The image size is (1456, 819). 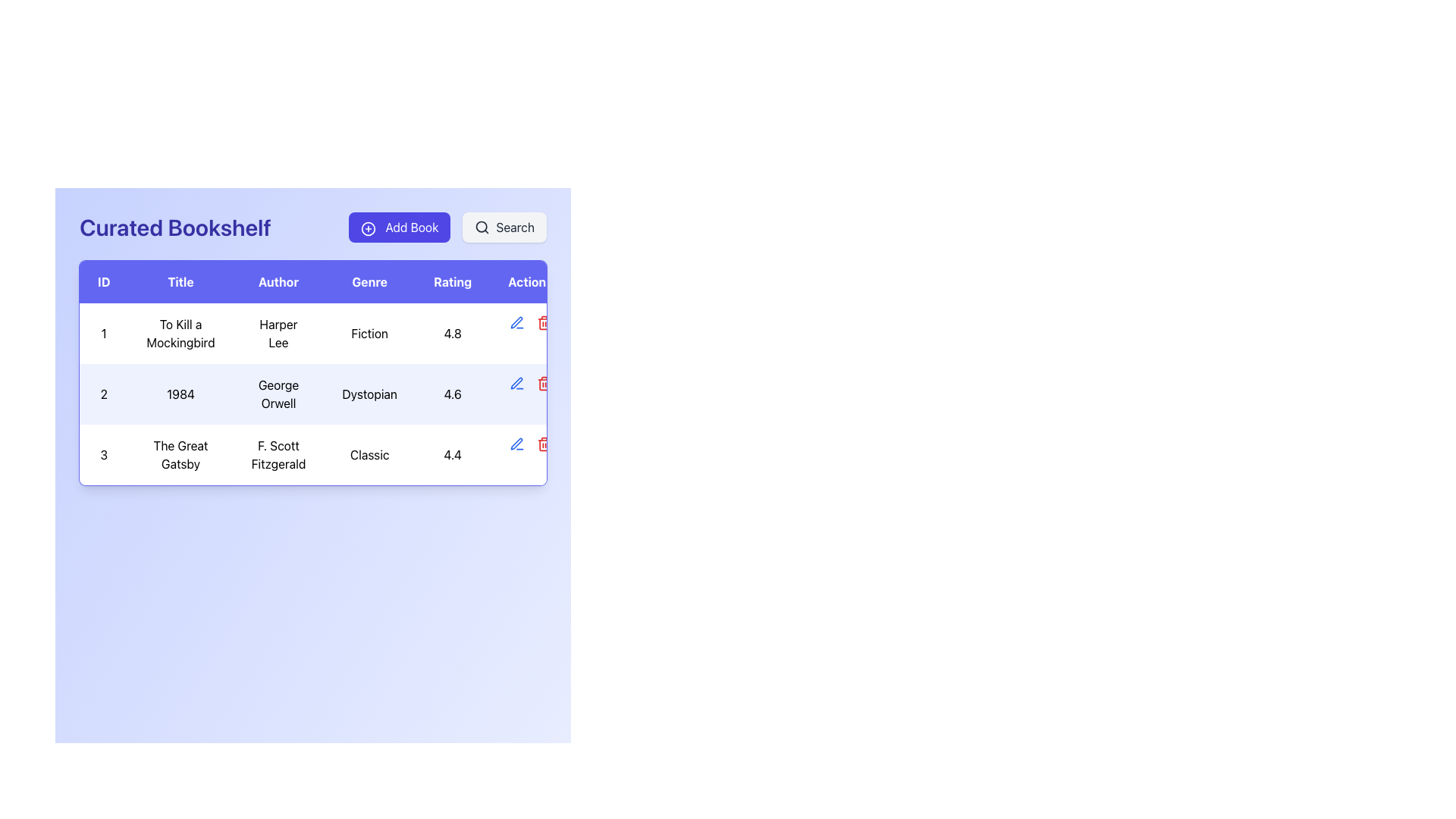 What do you see at coordinates (452, 394) in the screenshot?
I see `numerical rating displayed for the book '1984' by George Orwell in the second row of the data table under the 'Rating' column` at bounding box center [452, 394].